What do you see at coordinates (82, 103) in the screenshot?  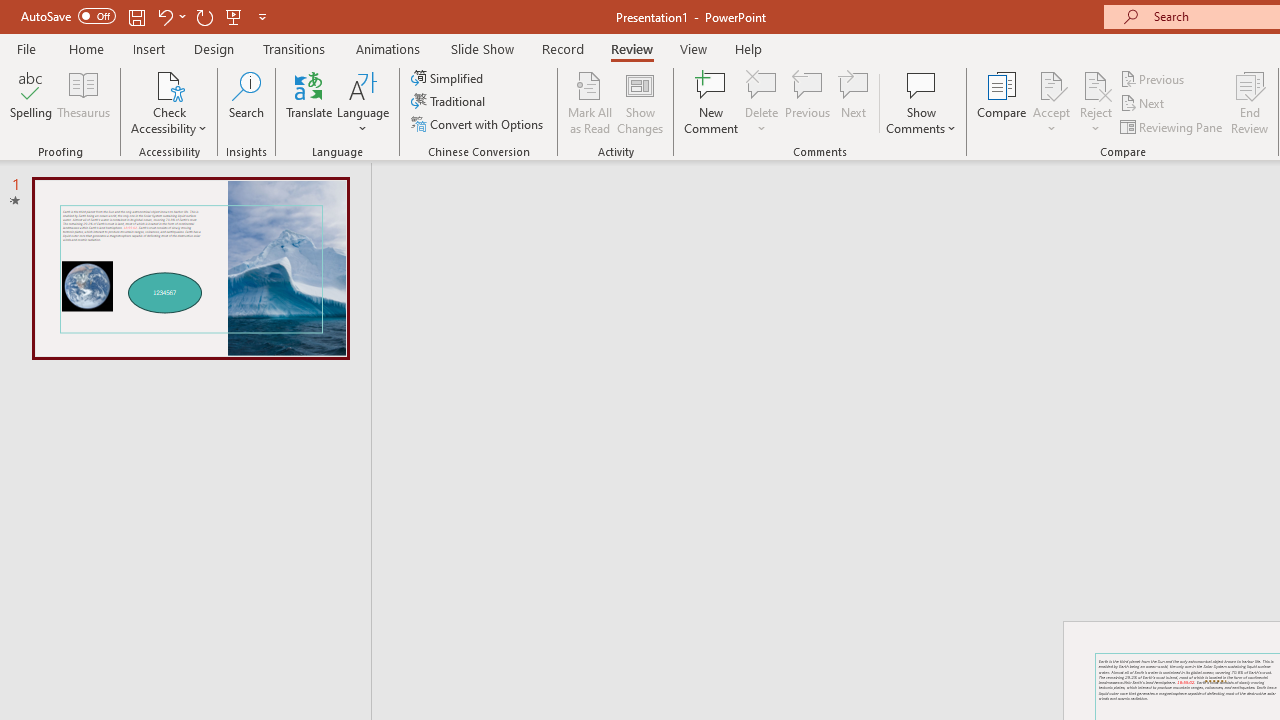 I see `'Thesaurus...'` at bounding box center [82, 103].